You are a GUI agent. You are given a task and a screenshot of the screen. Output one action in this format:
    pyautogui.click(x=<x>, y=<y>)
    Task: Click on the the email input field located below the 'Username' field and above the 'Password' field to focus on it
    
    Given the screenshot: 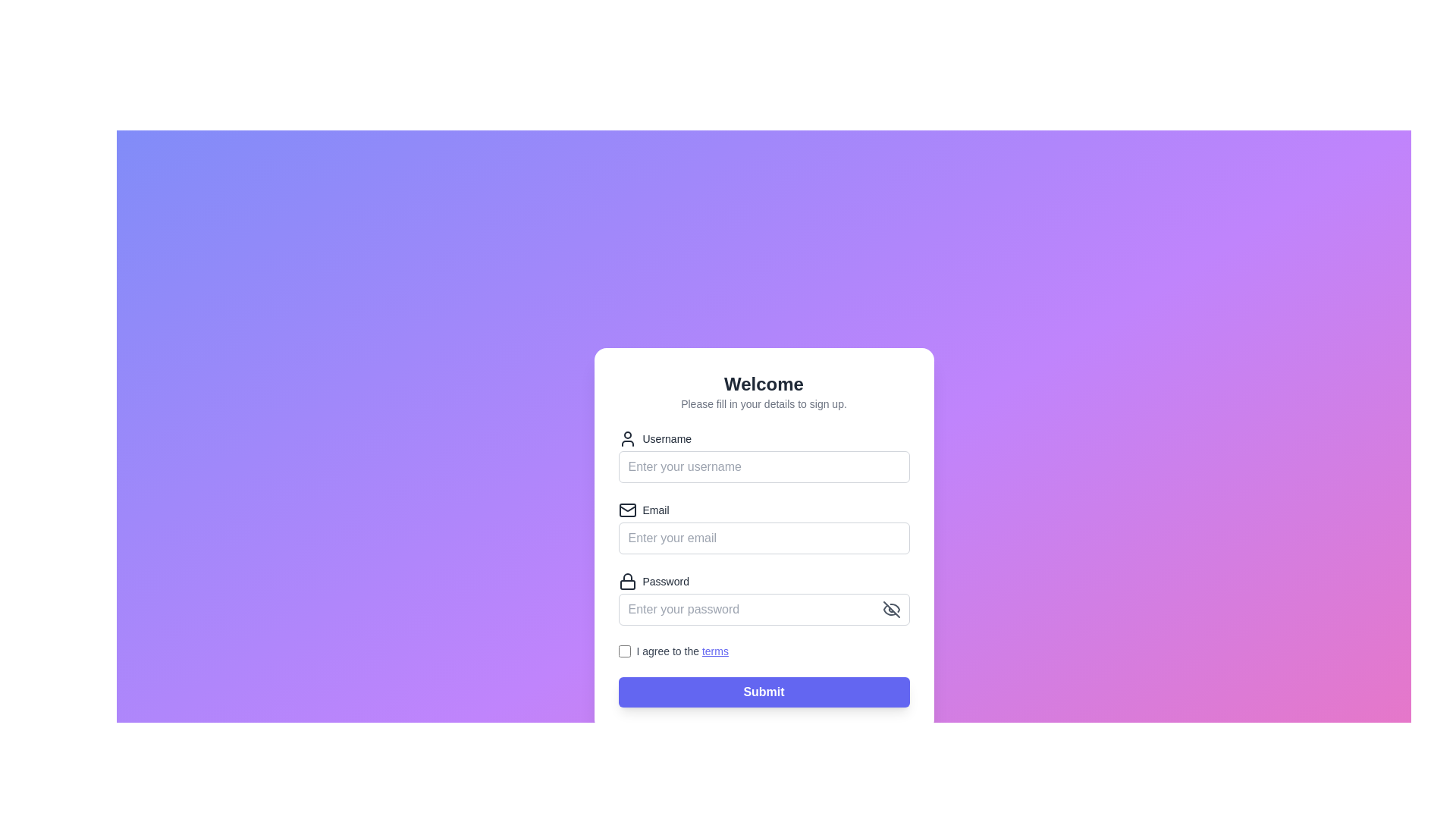 What is the action you would take?
    pyautogui.click(x=764, y=526)
    